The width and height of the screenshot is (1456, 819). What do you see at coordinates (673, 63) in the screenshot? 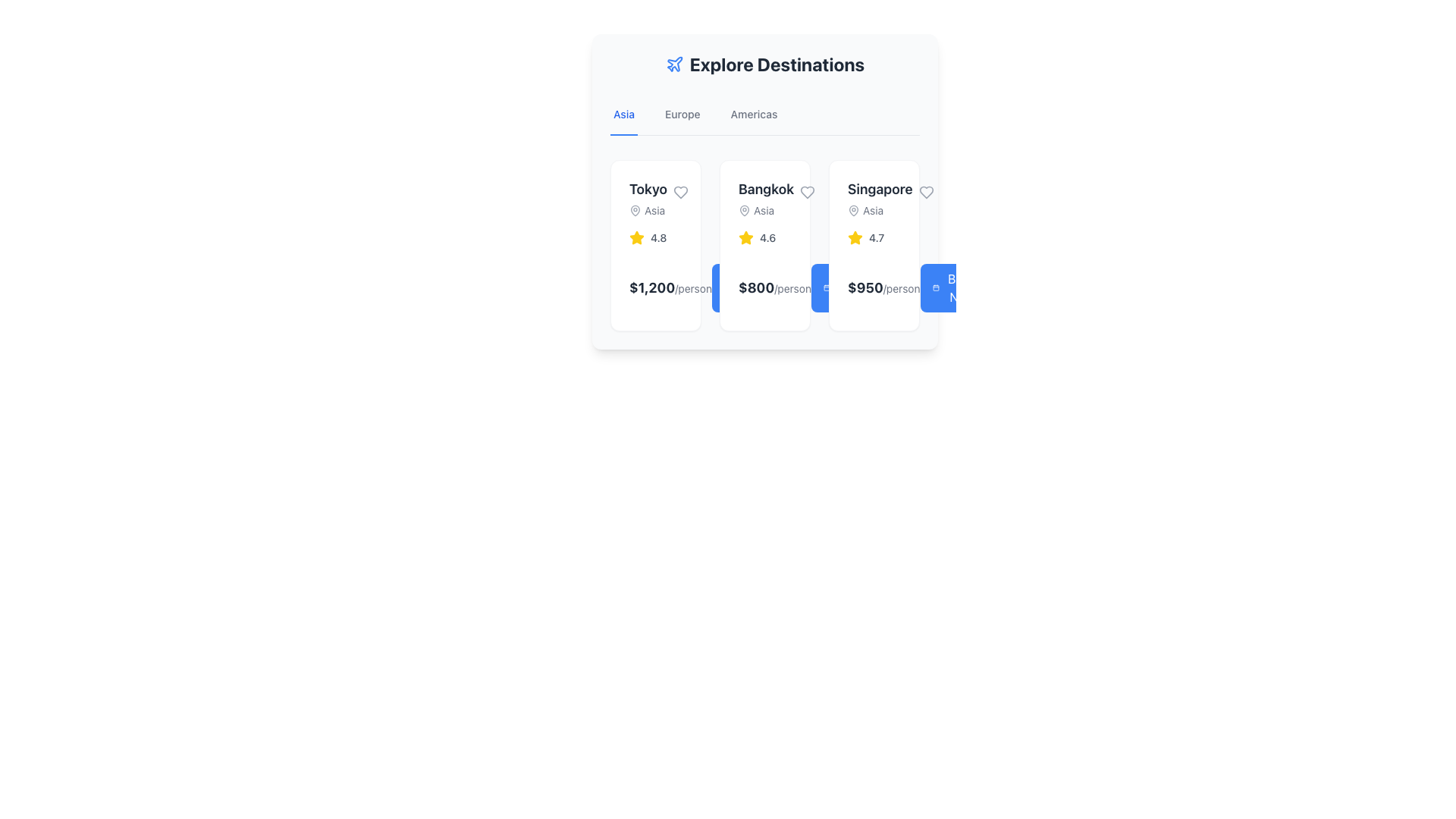
I see `the travel plane icon that signifies travel or exploration, located to the left of the text 'Explore Destinations'` at bounding box center [673, 63].